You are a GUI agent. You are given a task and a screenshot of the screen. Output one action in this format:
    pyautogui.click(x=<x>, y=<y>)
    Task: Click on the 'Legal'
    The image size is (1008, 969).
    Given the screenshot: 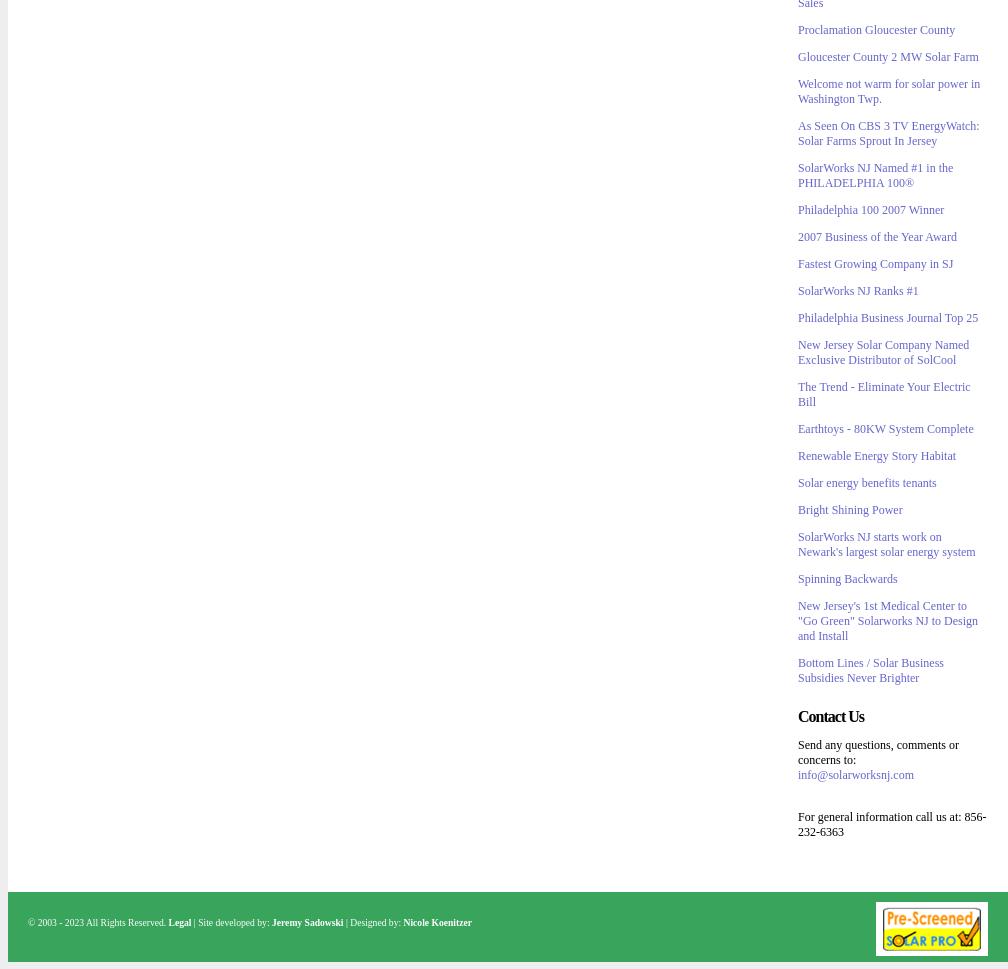 What is the action you would take?
    pyautogui.click(x=179, y=922)
    